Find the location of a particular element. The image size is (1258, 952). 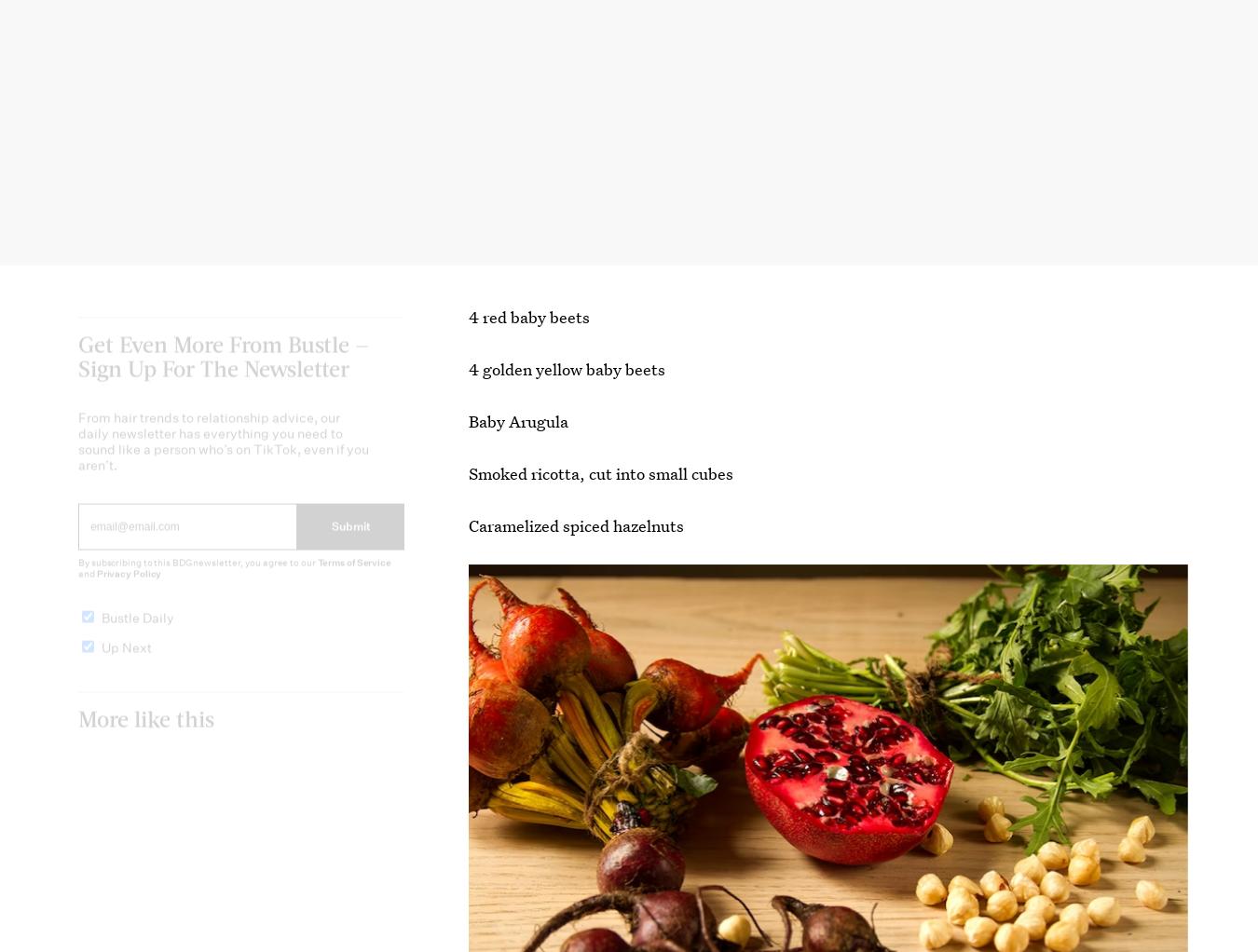

'Terms of Service' is located at coordinates (354, 576).